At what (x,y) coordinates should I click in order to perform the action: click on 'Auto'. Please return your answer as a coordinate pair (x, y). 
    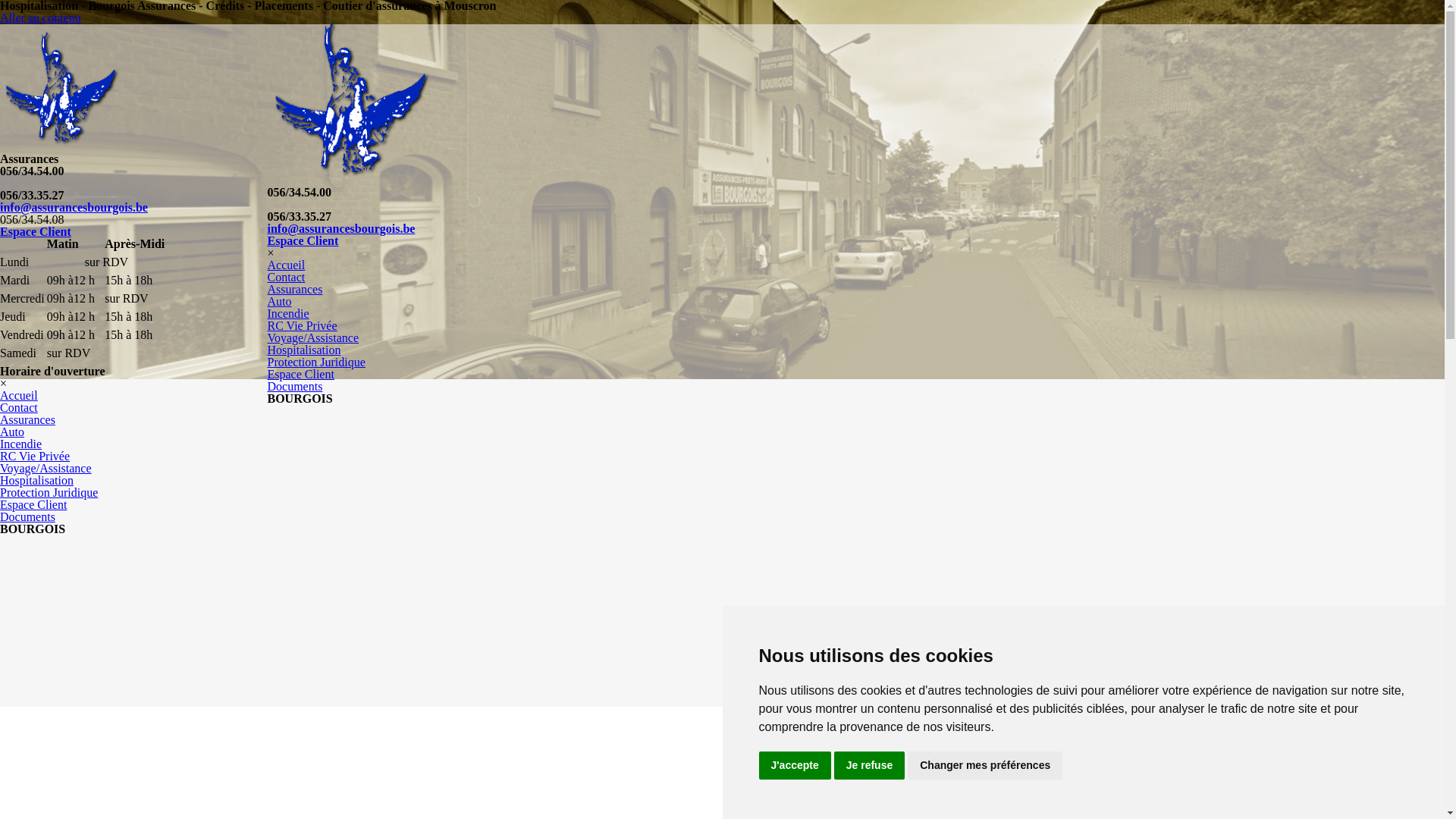
    Looking at the image, I should click on (11, 431).